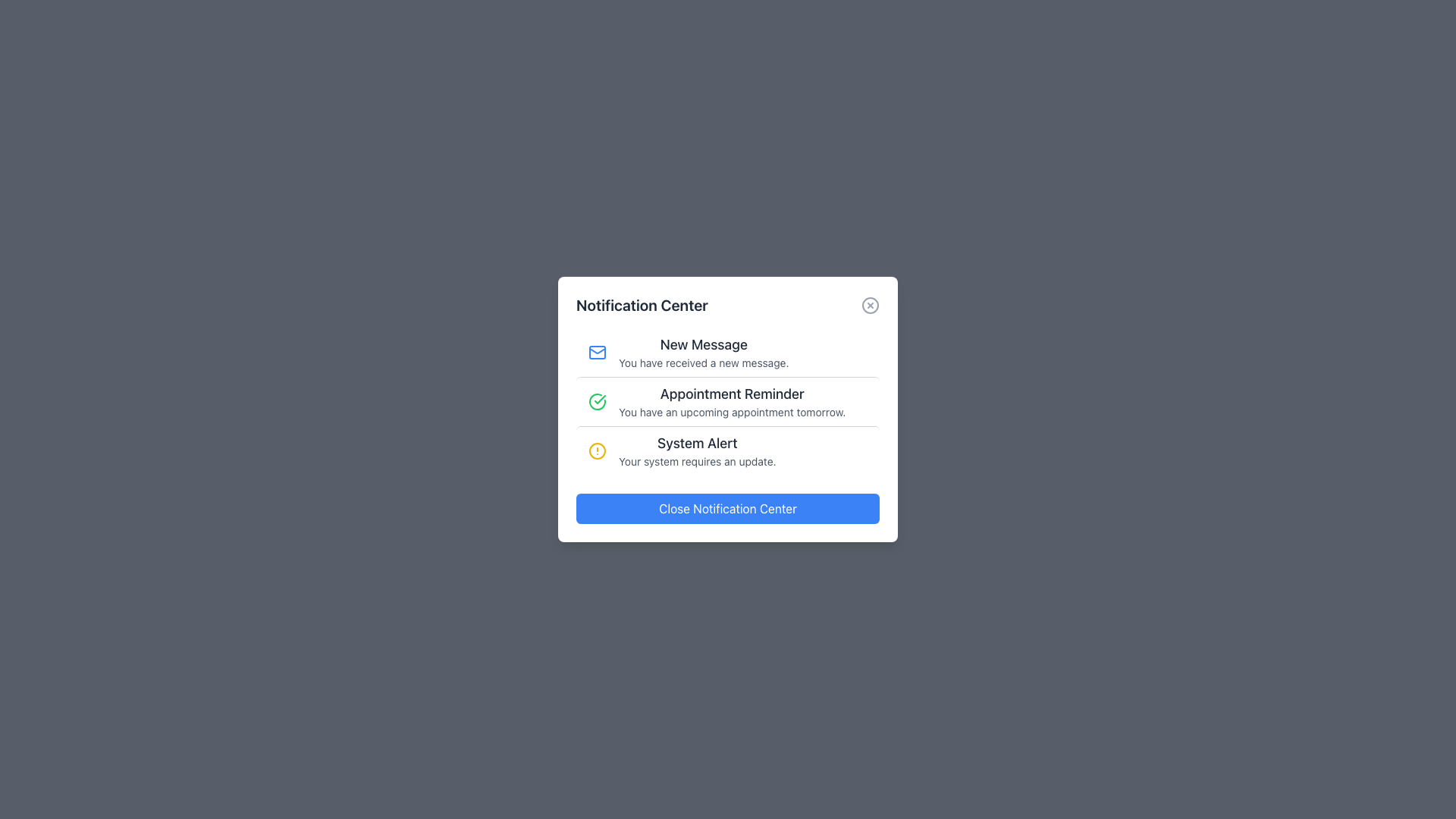 The height and width of the screenshot is (819, 1456). Describe the element at coordinates (696, 461) in the screenshot. I see `text label that contains the message 'Your system requires an update', which is displayed in gray color below the header 'System Alert' in the notification card` at that location.